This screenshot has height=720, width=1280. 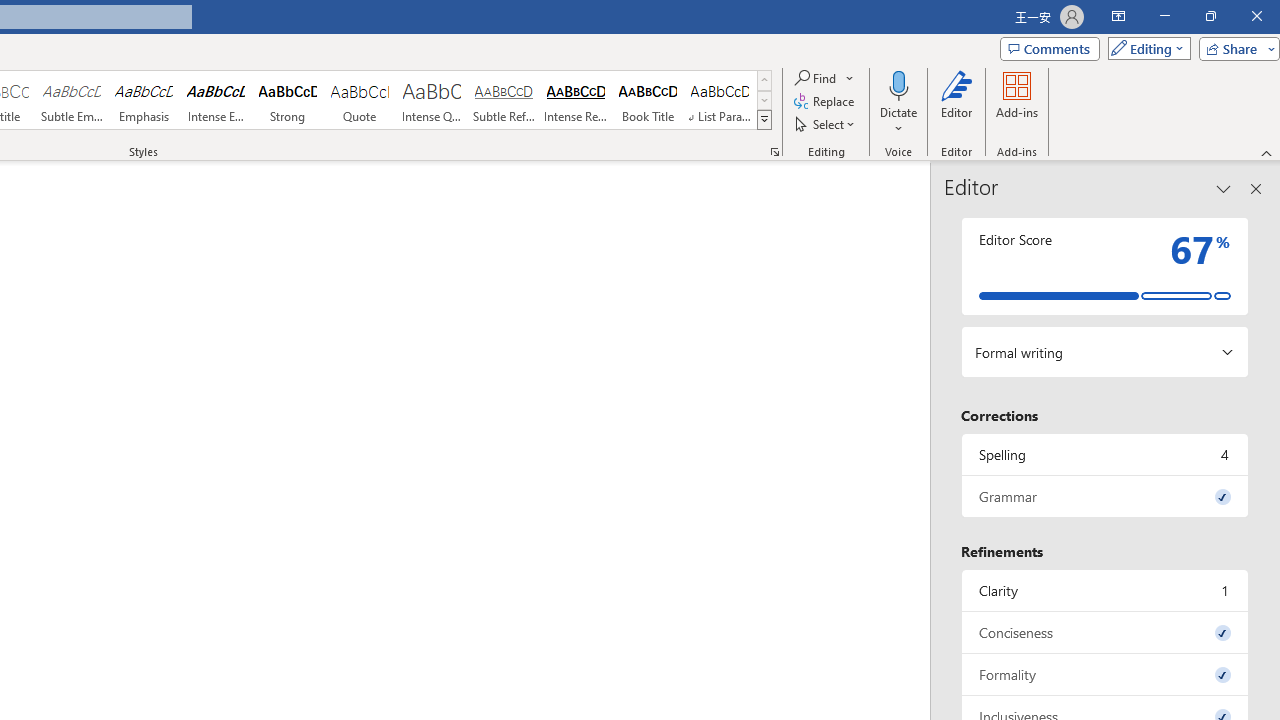 What do you see at coordinates (1255, 16) in the screenshot?
I see `'Close'` at bounding box center [1255, 16].